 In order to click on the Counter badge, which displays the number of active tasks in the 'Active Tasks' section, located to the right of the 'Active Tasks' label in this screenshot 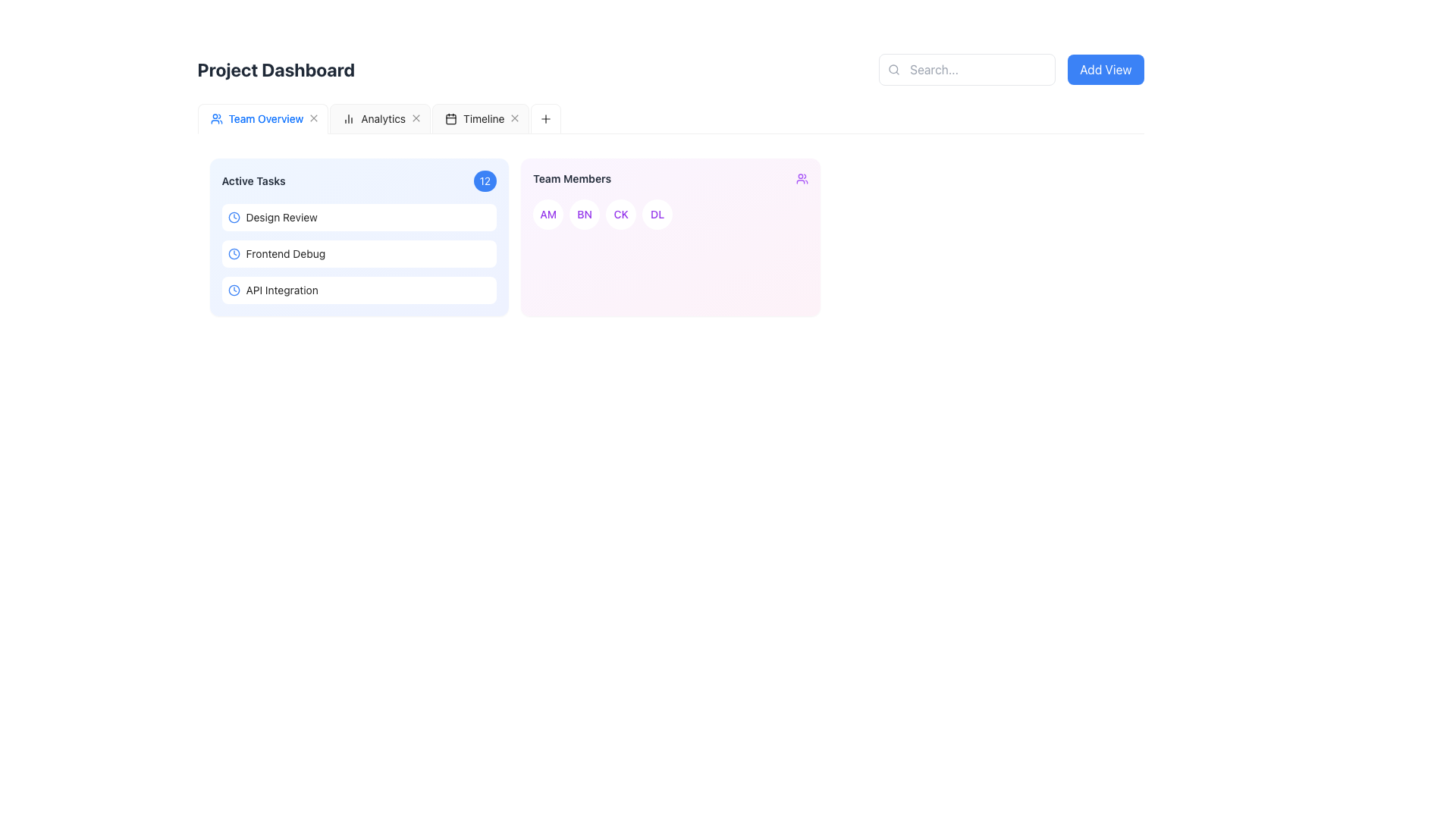, I will do `click(484, 180)`.